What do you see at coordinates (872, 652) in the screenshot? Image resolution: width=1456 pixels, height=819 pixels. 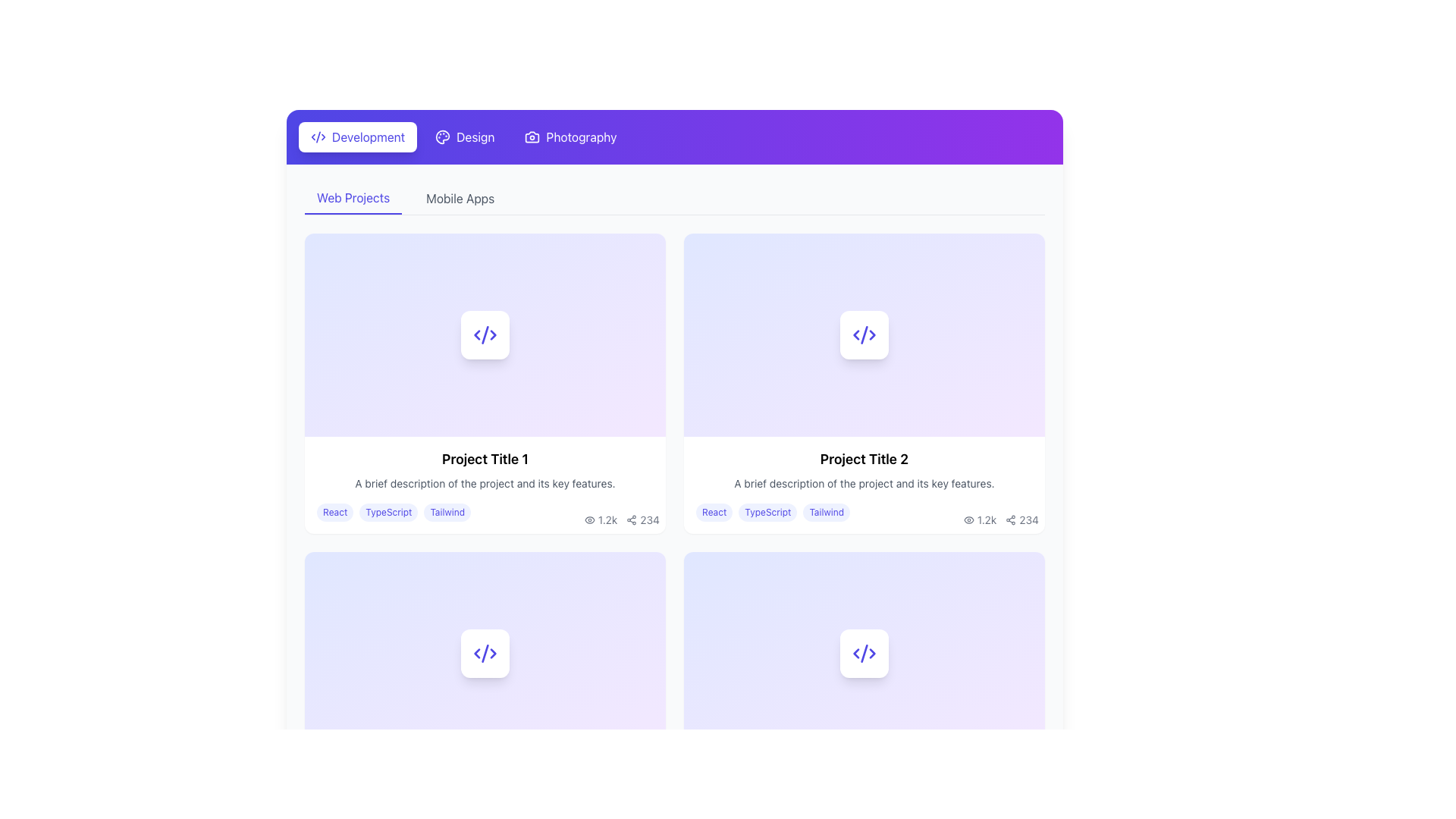 I see `the right-pointing triangular arrow icon in the lower-right quadrant of the interface, which is part of a three-component icon group and designed with a thin purple stroke` at bounding box center [872, 652].